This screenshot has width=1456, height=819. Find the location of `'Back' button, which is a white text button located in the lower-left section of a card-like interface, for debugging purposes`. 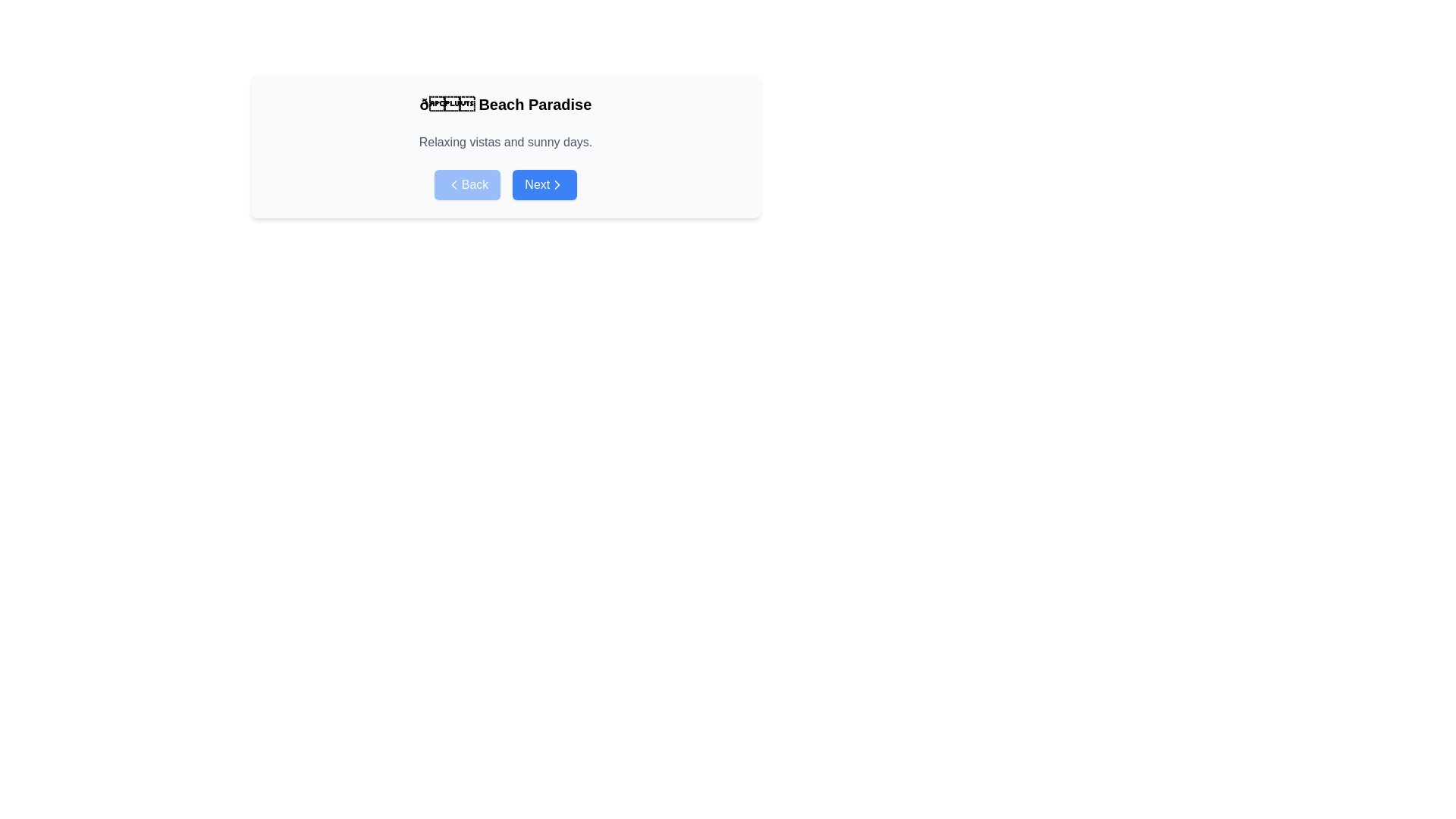

'Back' button, which is a white text button located in the lower-left section of a card-like interface, for debugging purposes is located at coordinates (453, 184).